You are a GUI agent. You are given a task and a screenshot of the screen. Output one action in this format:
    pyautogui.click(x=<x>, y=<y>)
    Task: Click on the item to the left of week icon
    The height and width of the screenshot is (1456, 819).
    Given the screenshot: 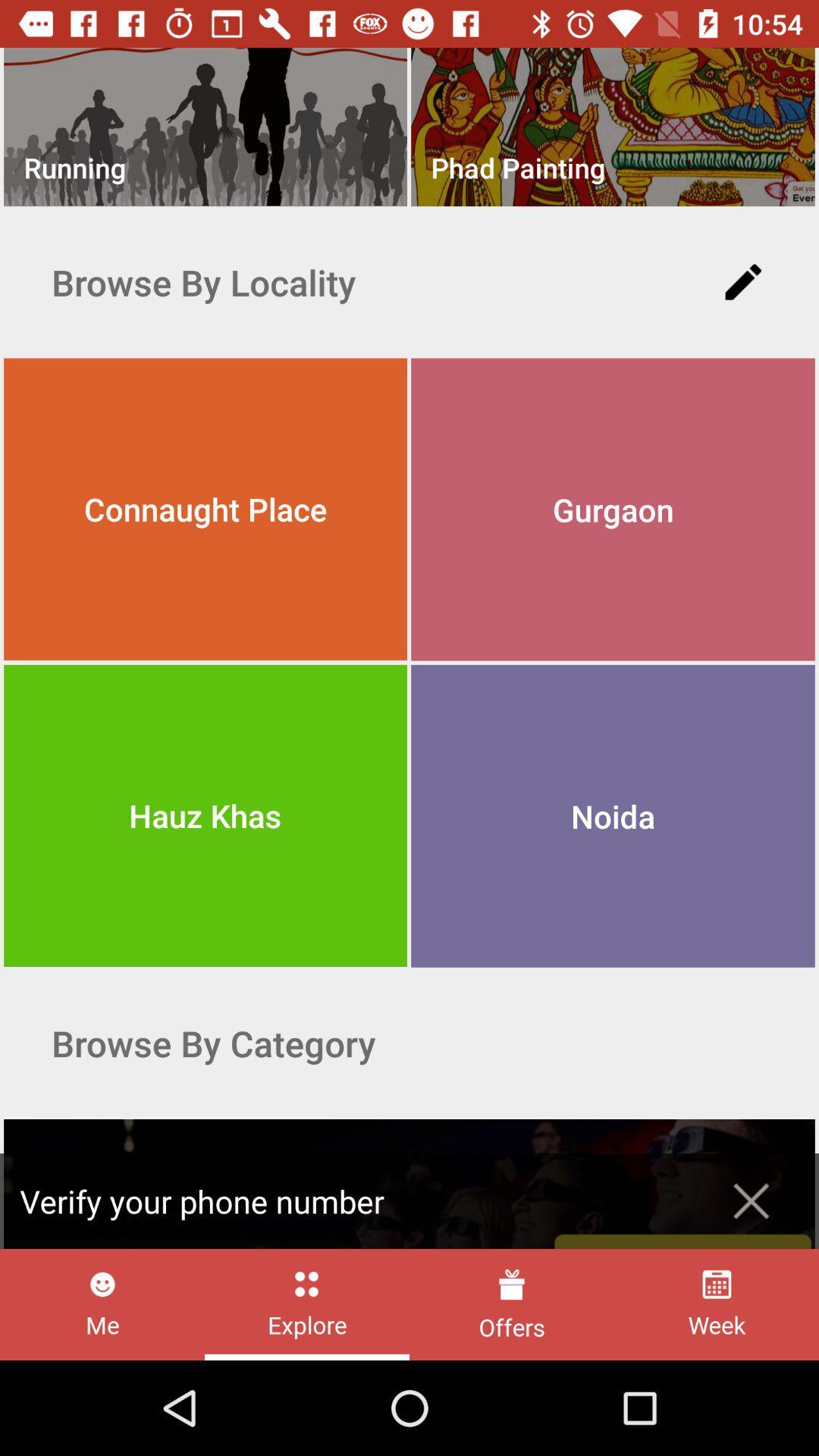 What is the action you would take?
    pyautogui.click(x=512, y=1304)
    